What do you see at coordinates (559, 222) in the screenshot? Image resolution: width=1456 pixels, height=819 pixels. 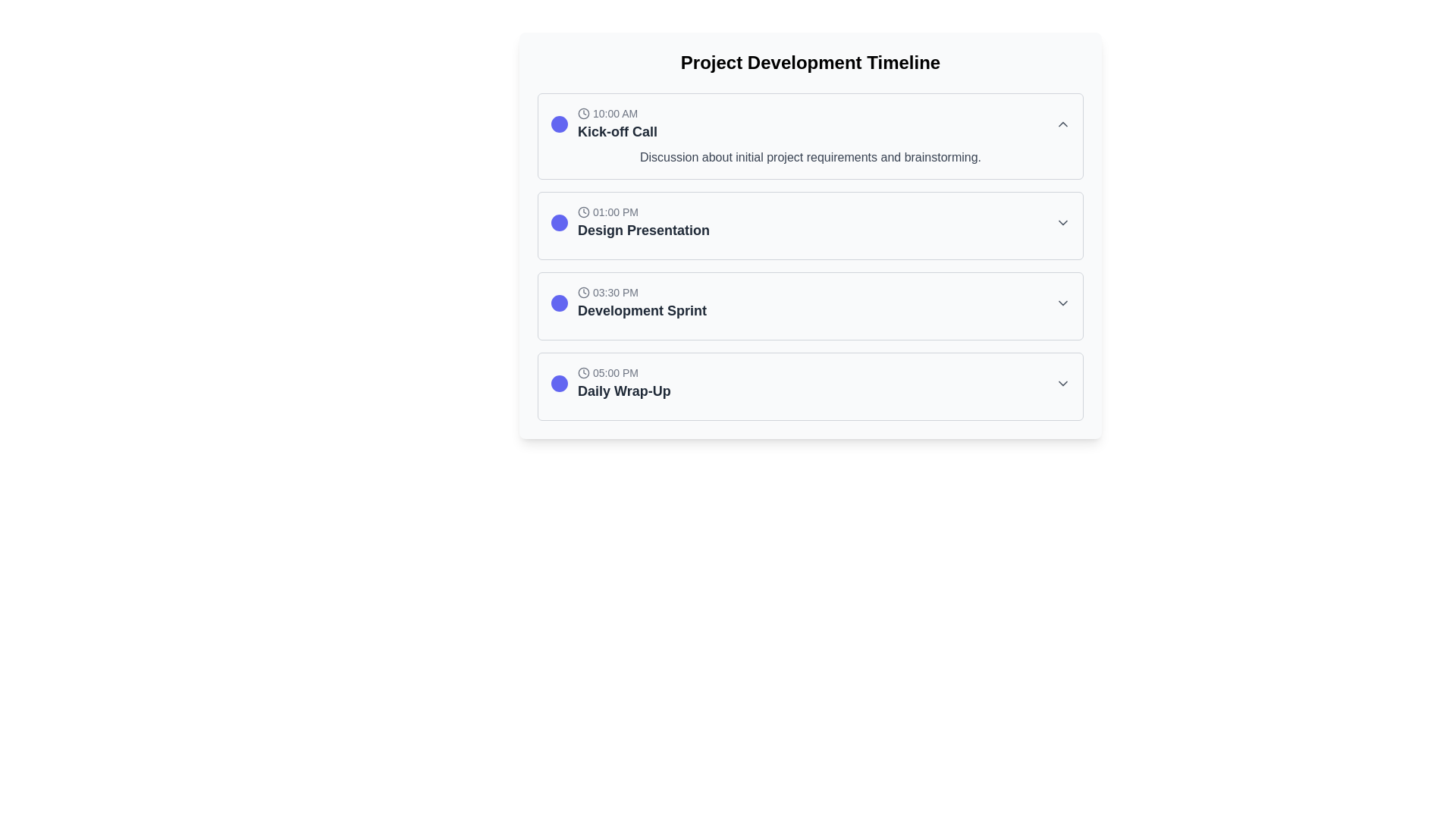 I see `the indigo circular icon located to the left of the '01:00 PM Design Presentation' text` at bounding box center [559, 222].